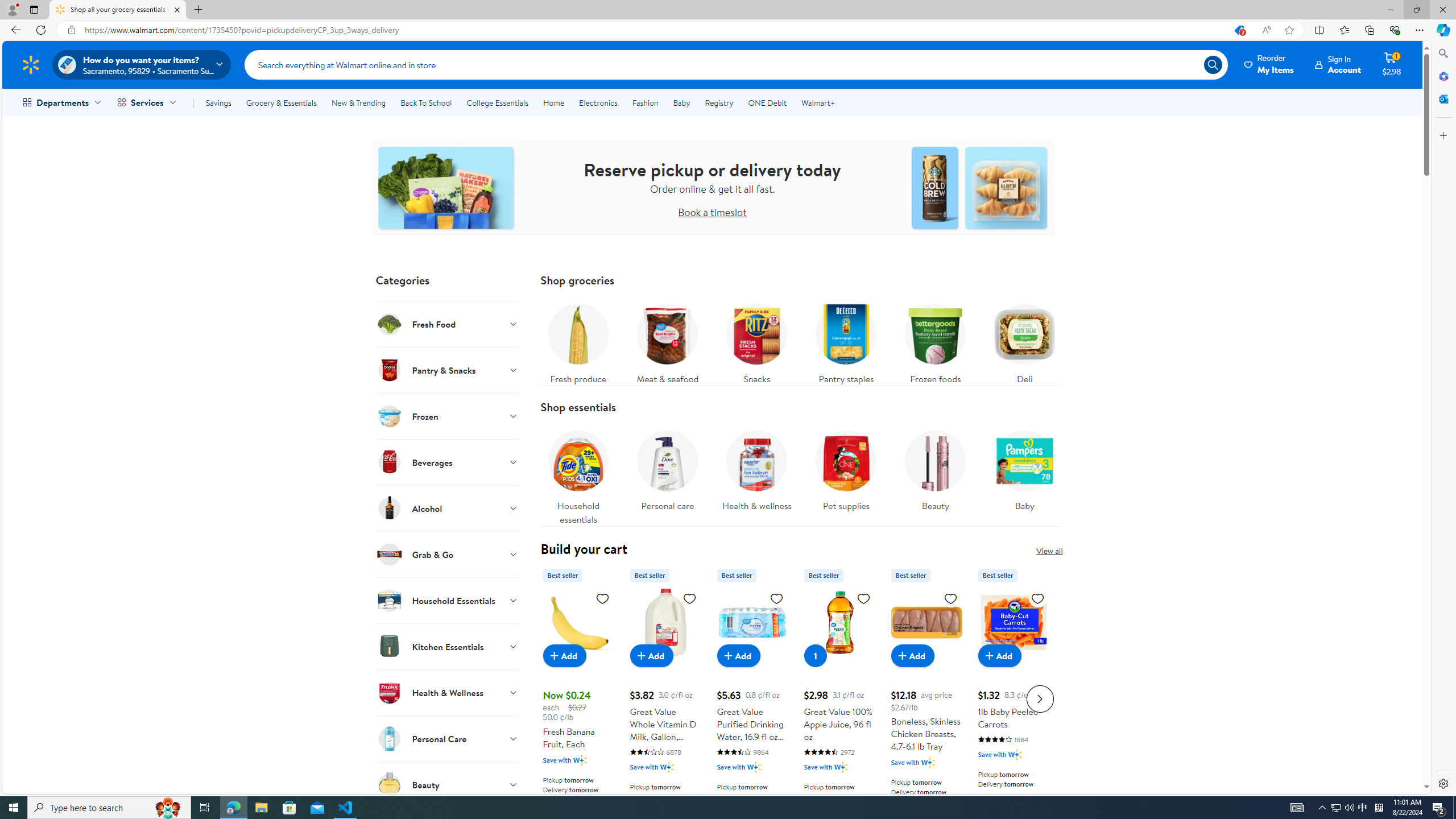  I want to click on 'Pantry & Snacks', so click(446, 370).